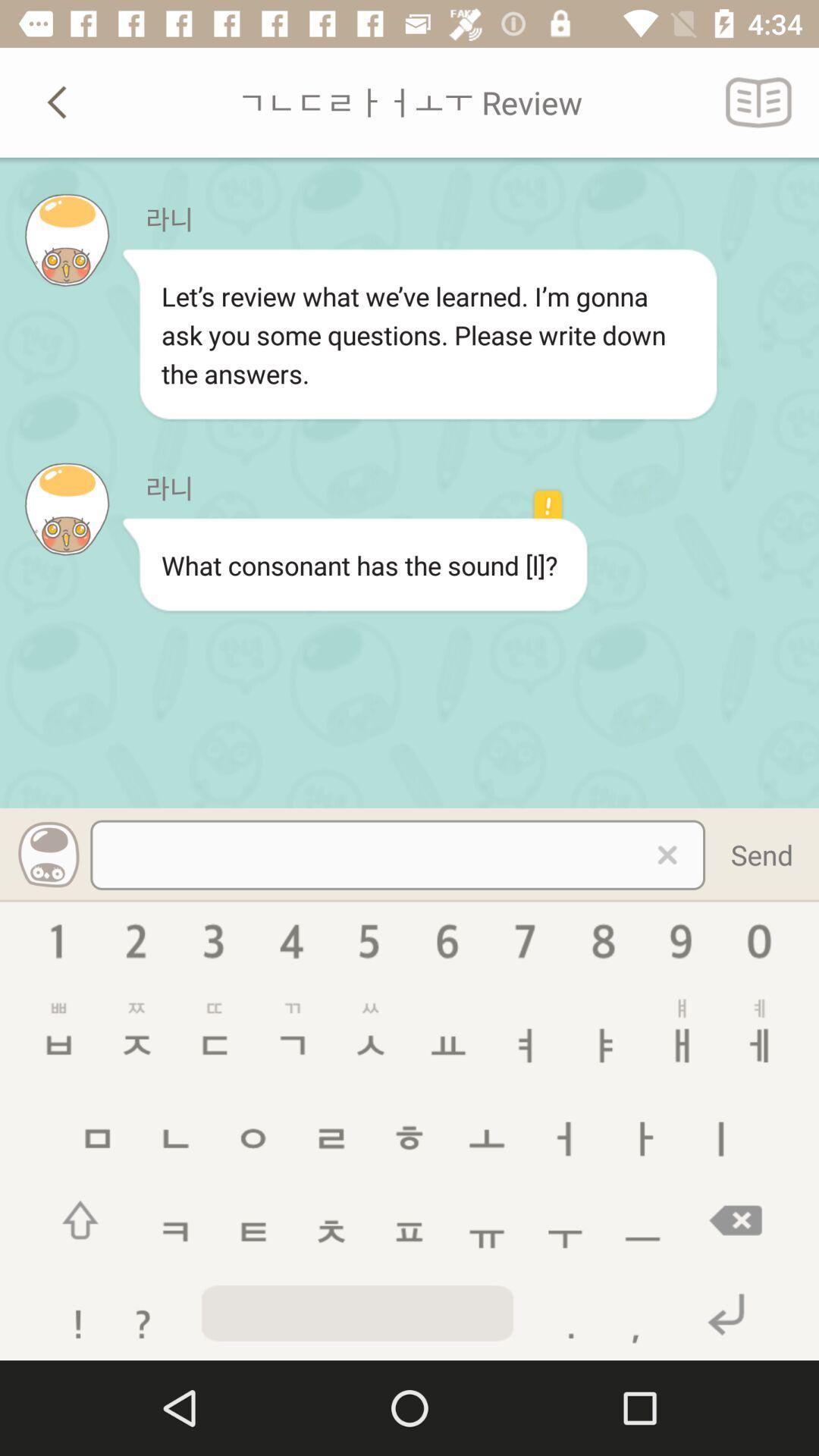  Describe the element at coordinates (58, 101) in the screenshot. I see `the arrow_backward icon` at that location.